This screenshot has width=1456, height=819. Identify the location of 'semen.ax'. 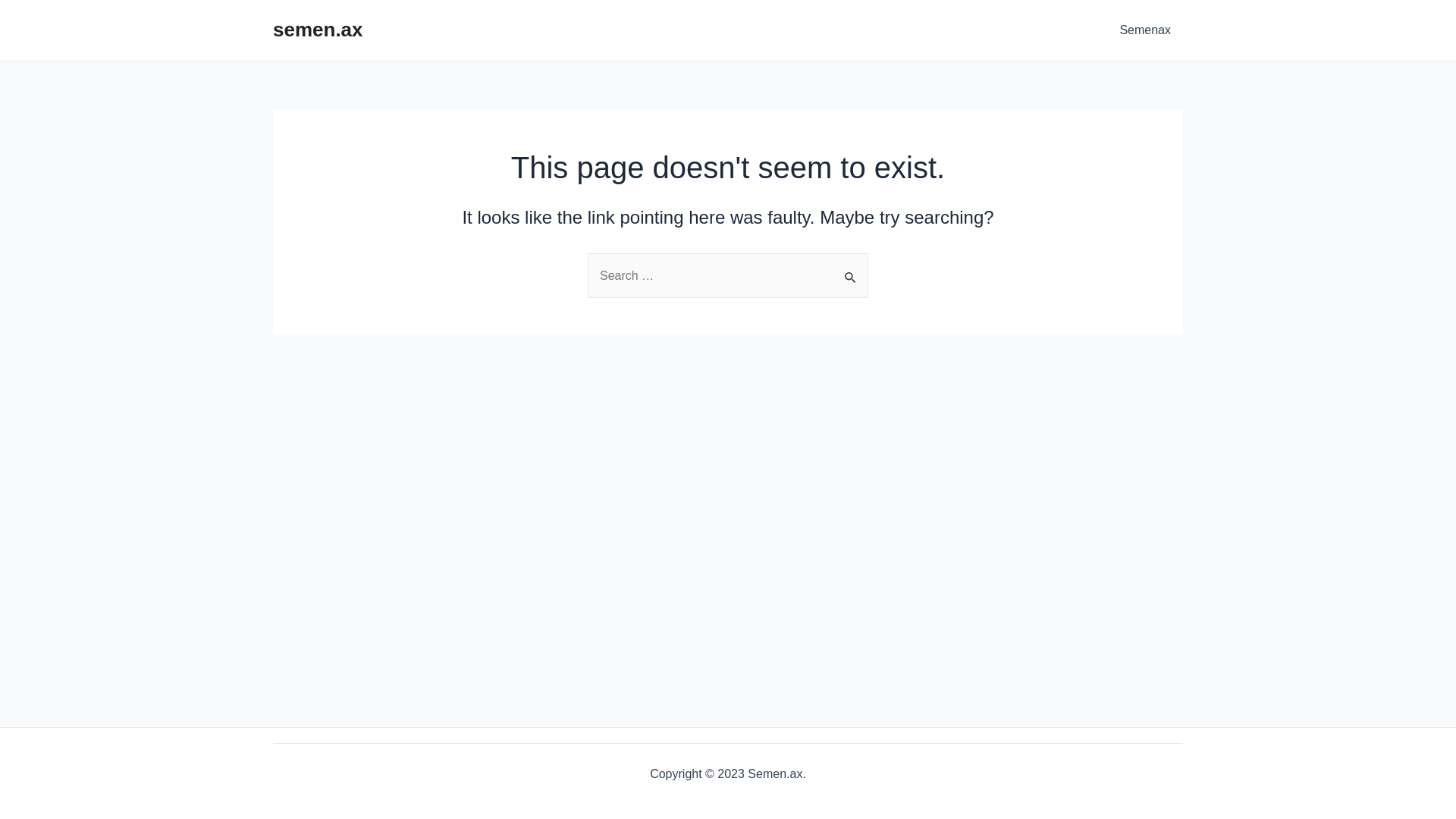
(317, 29).